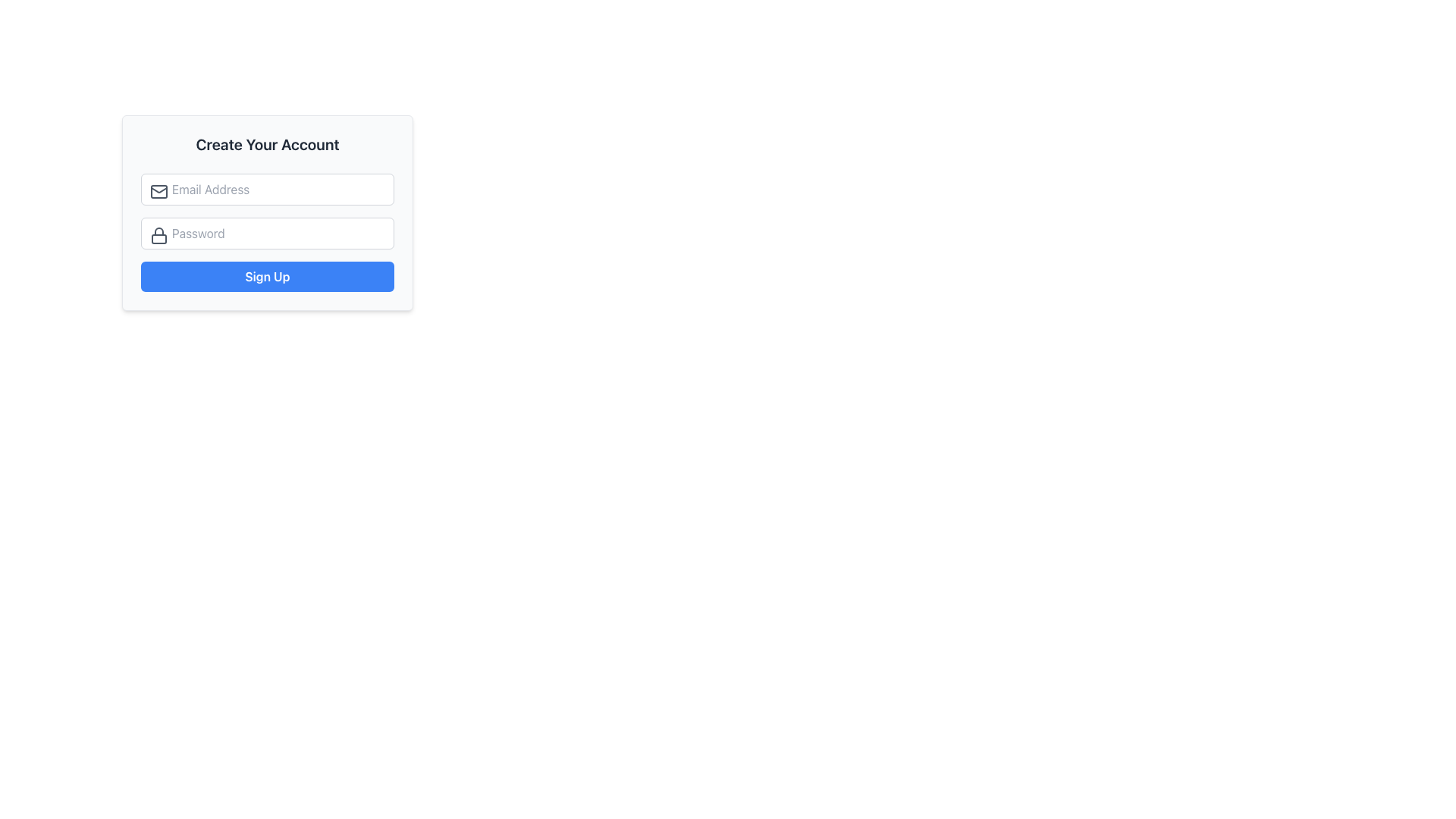 The width and height of the screenshot is (1456, 819). Describe the element at coordinates (159, 236) in the screenshot. I see `the lock icon located within the password input field, which is styled with a gray color and positioned to the left of the 'Password' placeholder text` at that location.